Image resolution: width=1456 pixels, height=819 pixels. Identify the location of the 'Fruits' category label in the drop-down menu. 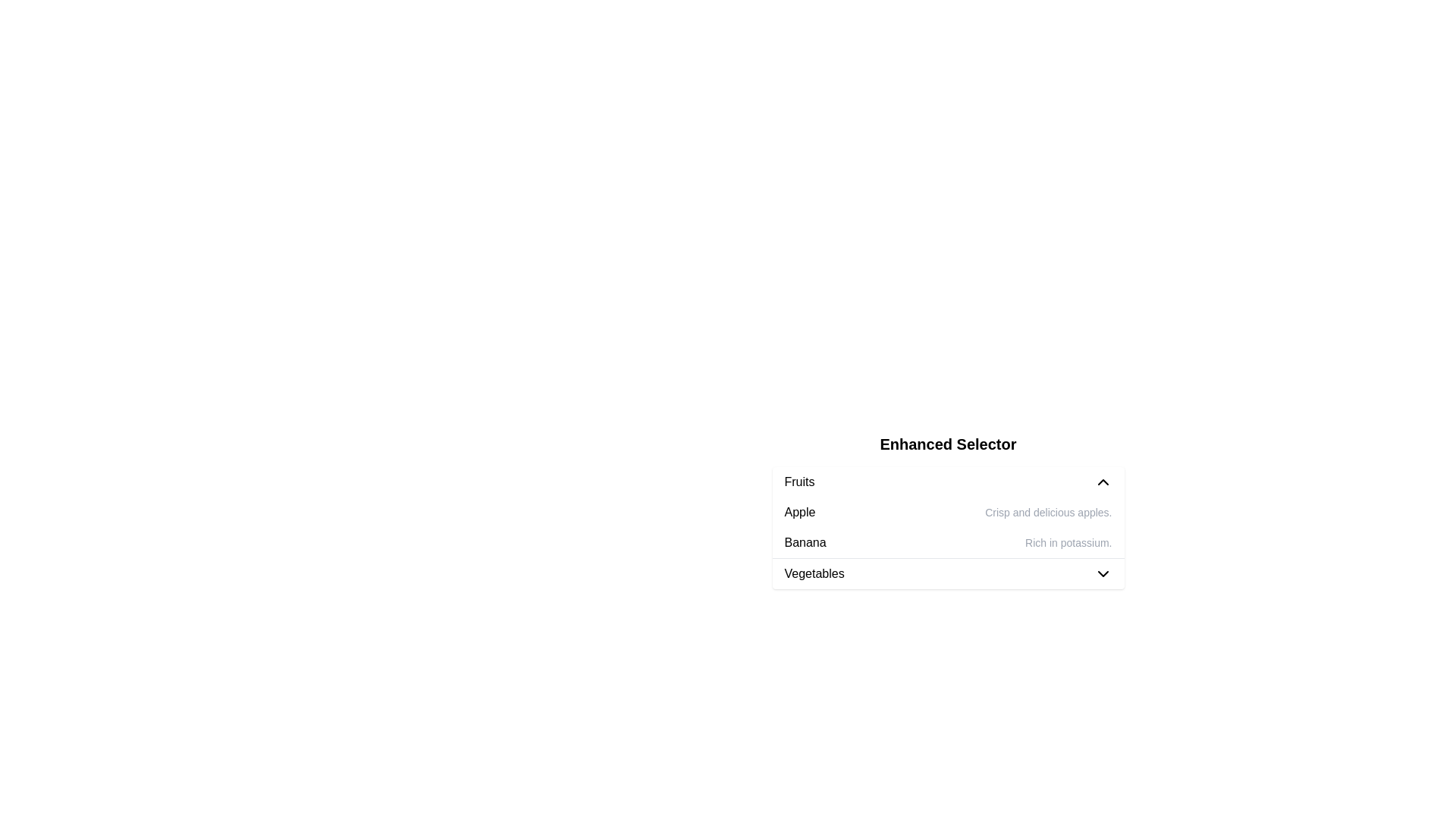
(799, 482).